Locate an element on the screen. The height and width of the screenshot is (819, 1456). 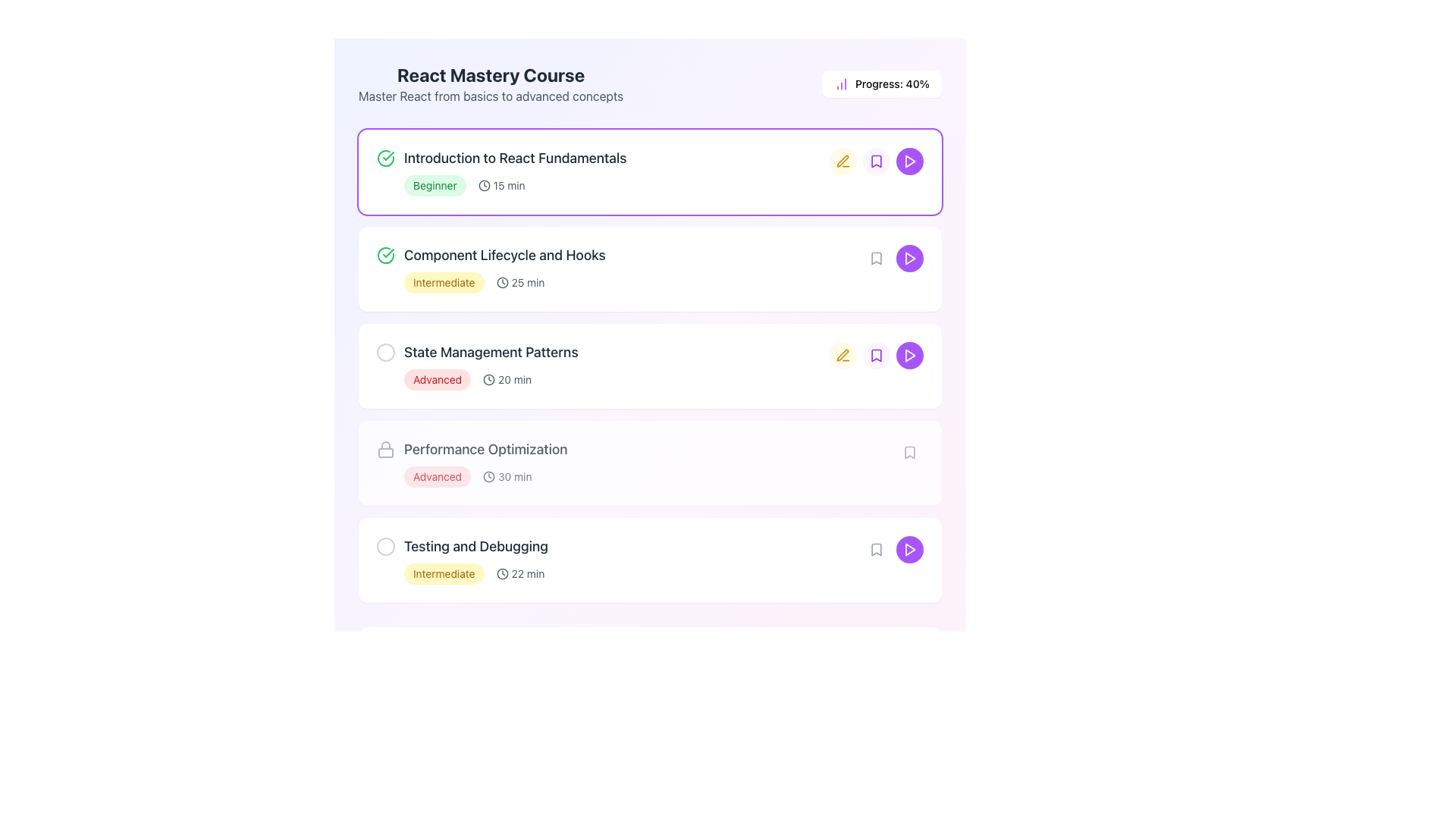
progress percentage displayed in the text element located near the top right corner of its section, adjacent to the purple chart icon is located at coordinates (881, 84).